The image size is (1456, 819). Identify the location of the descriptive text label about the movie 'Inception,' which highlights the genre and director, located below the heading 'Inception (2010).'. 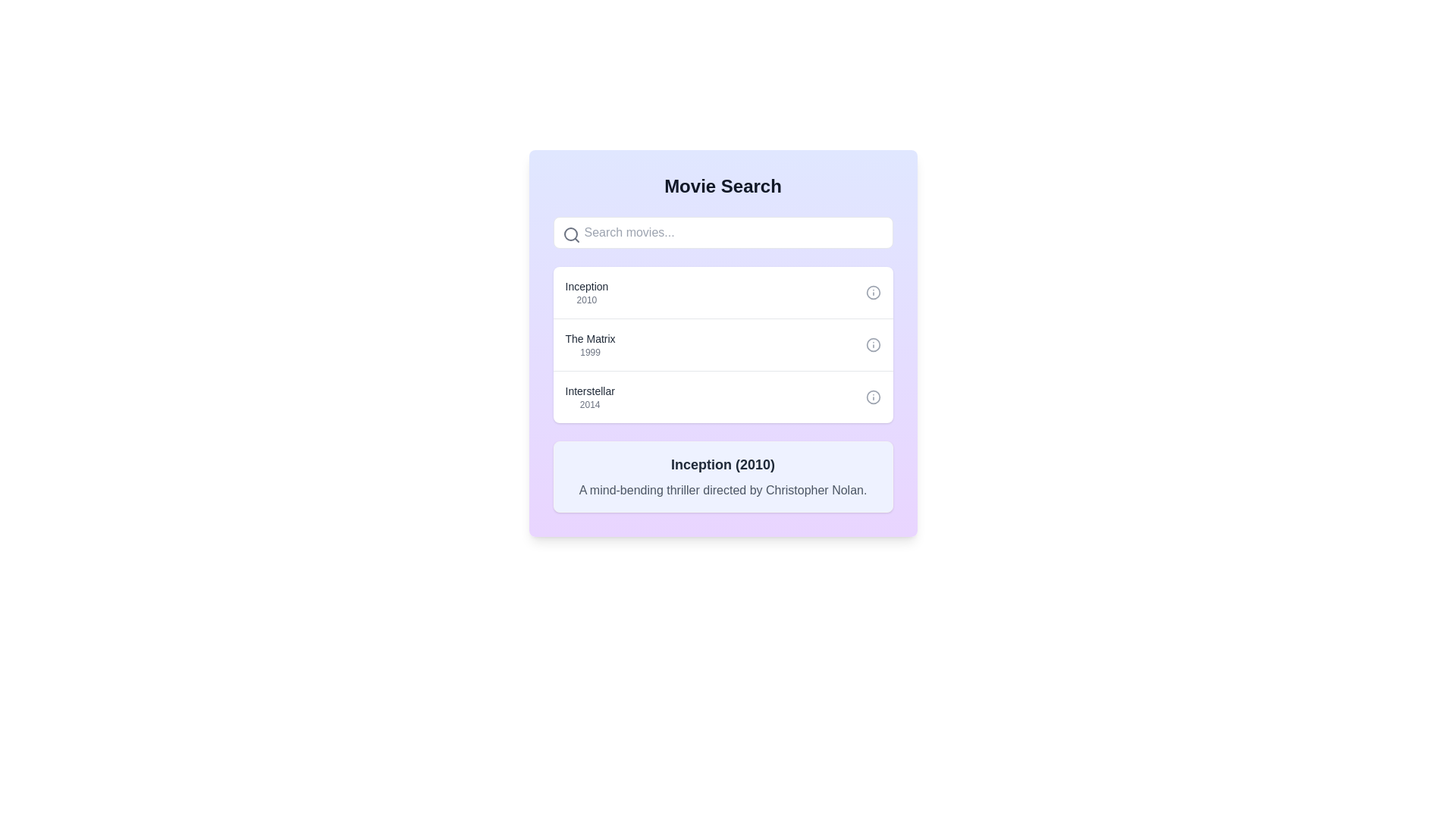
(722, 491).